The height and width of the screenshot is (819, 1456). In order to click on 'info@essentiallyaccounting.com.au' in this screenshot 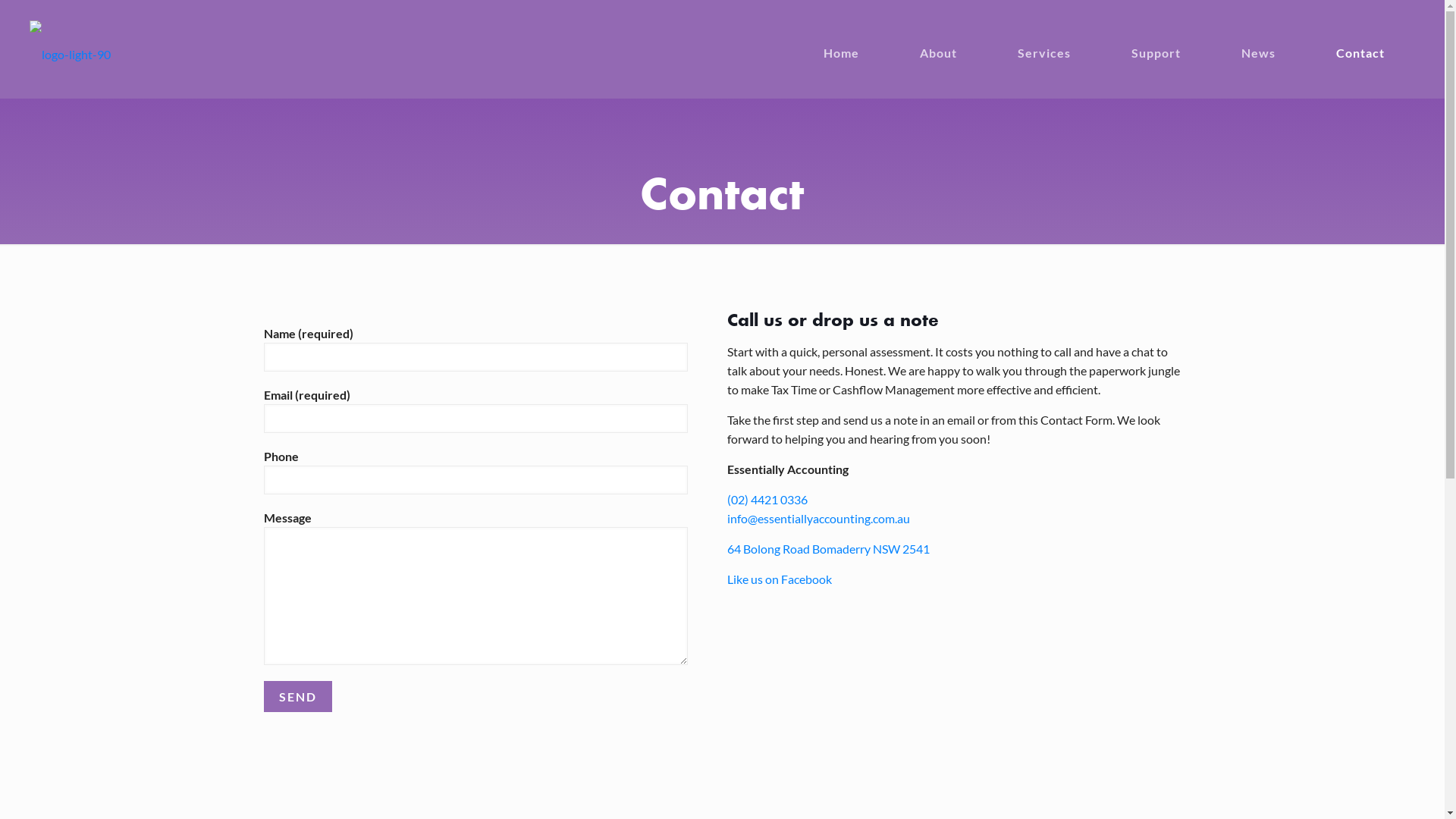, I will do `click(817, 517)`.